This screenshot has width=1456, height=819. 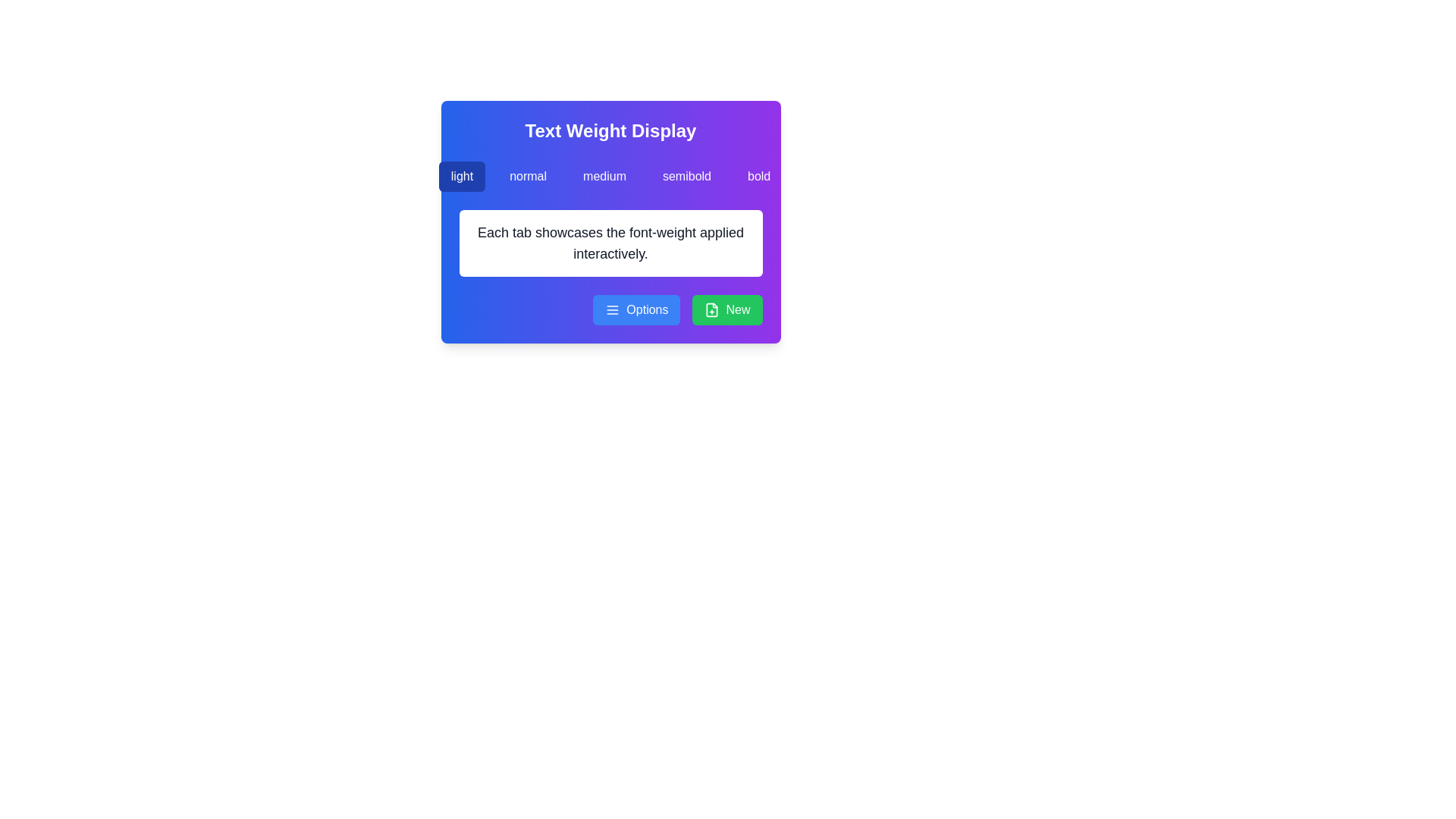 What do you see at coordinates (528, 175) in the screenshot?
I see `the 'normal' button` at bounding box center [528, 175].